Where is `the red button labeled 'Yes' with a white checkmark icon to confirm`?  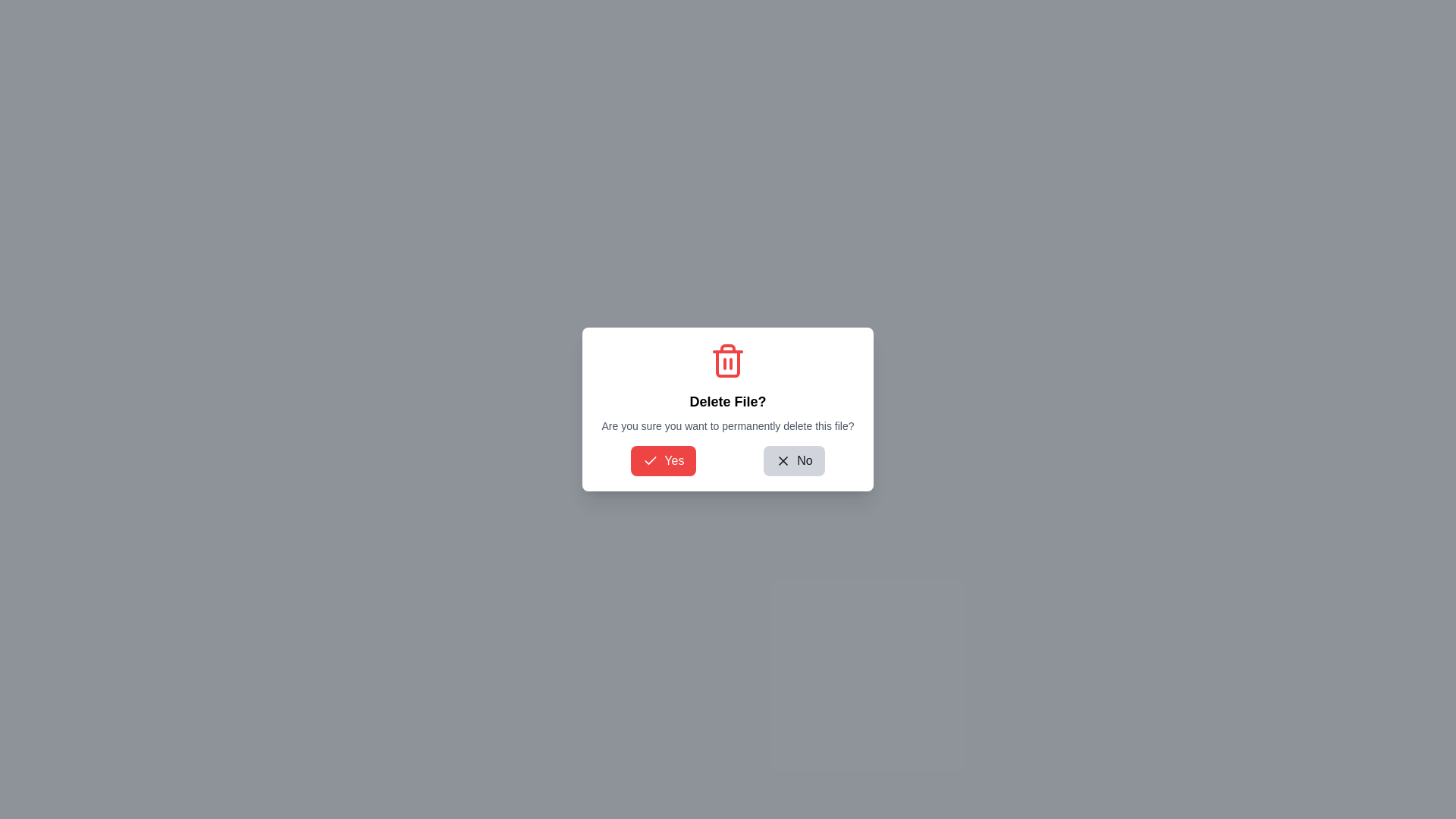 the red button labeled 'Yes' with a white checkmark icon to confirm is located at coordinates (664, 460).